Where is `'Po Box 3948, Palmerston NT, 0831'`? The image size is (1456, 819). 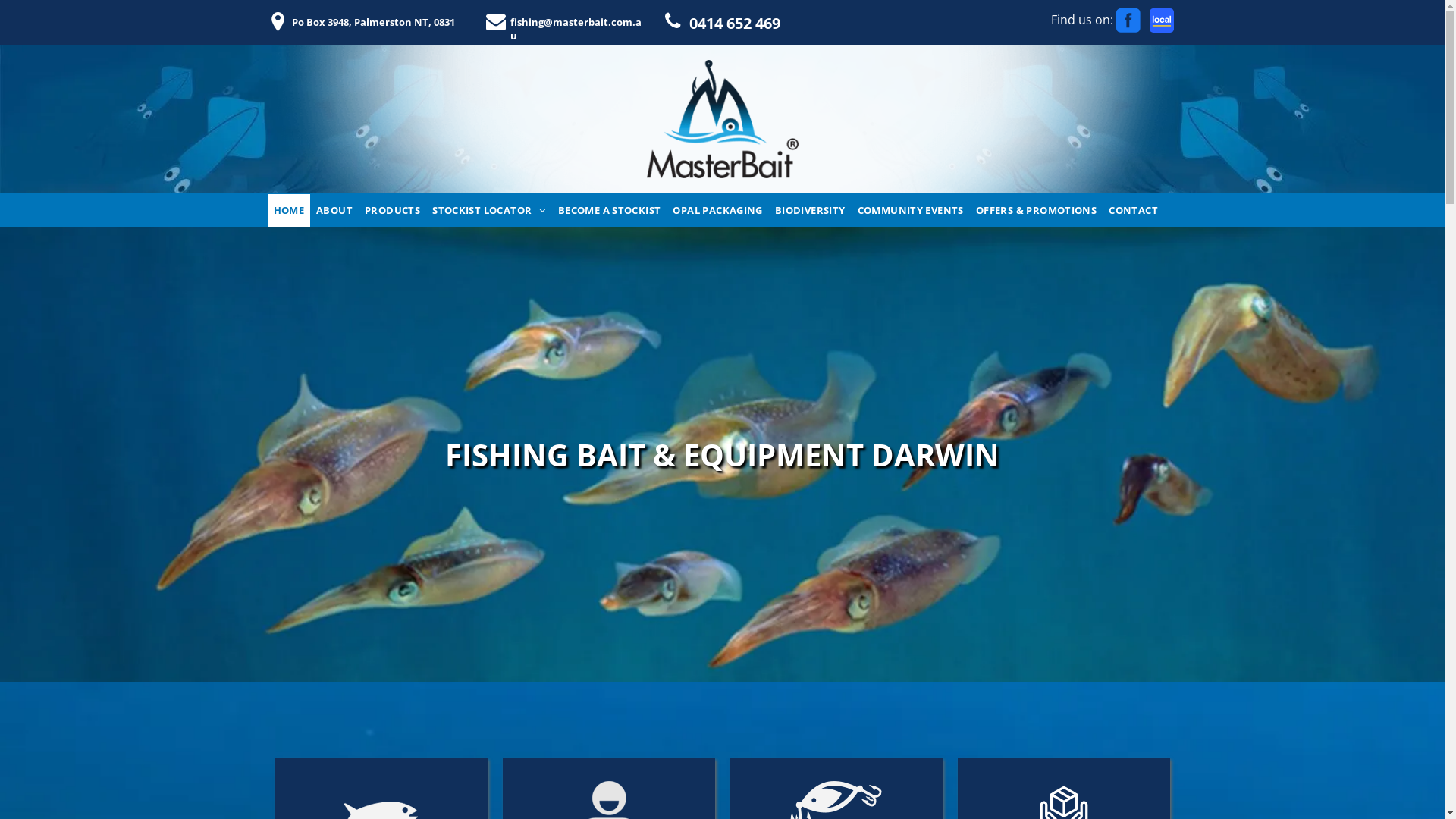 'Po Box 3948, Palmerston NT, 0831' is located at coordinates (369, 22).